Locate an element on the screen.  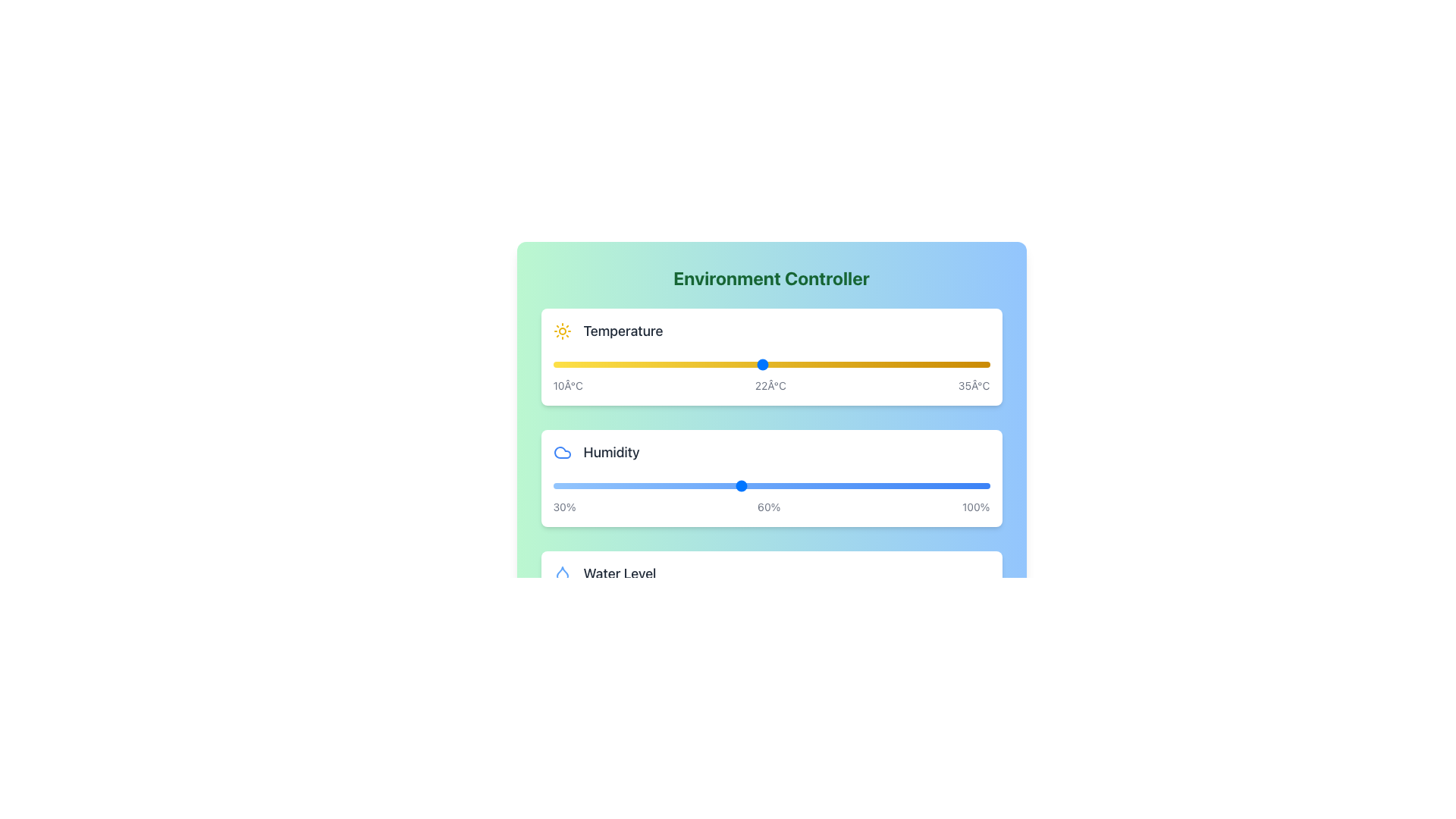
the temperature is located at coordinates (552, 365).